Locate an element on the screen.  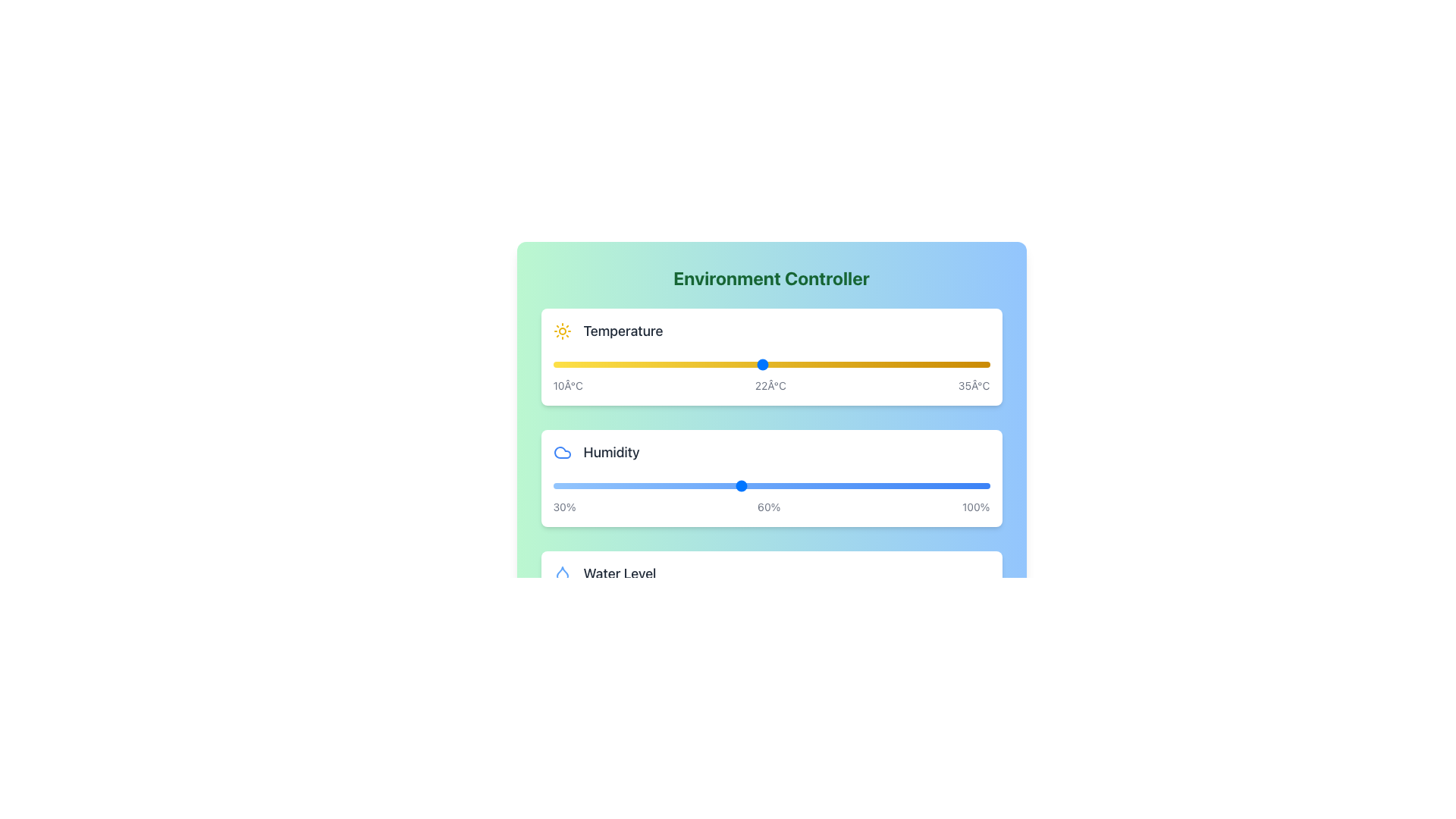
the temperature is located at coordinates (552, 365).